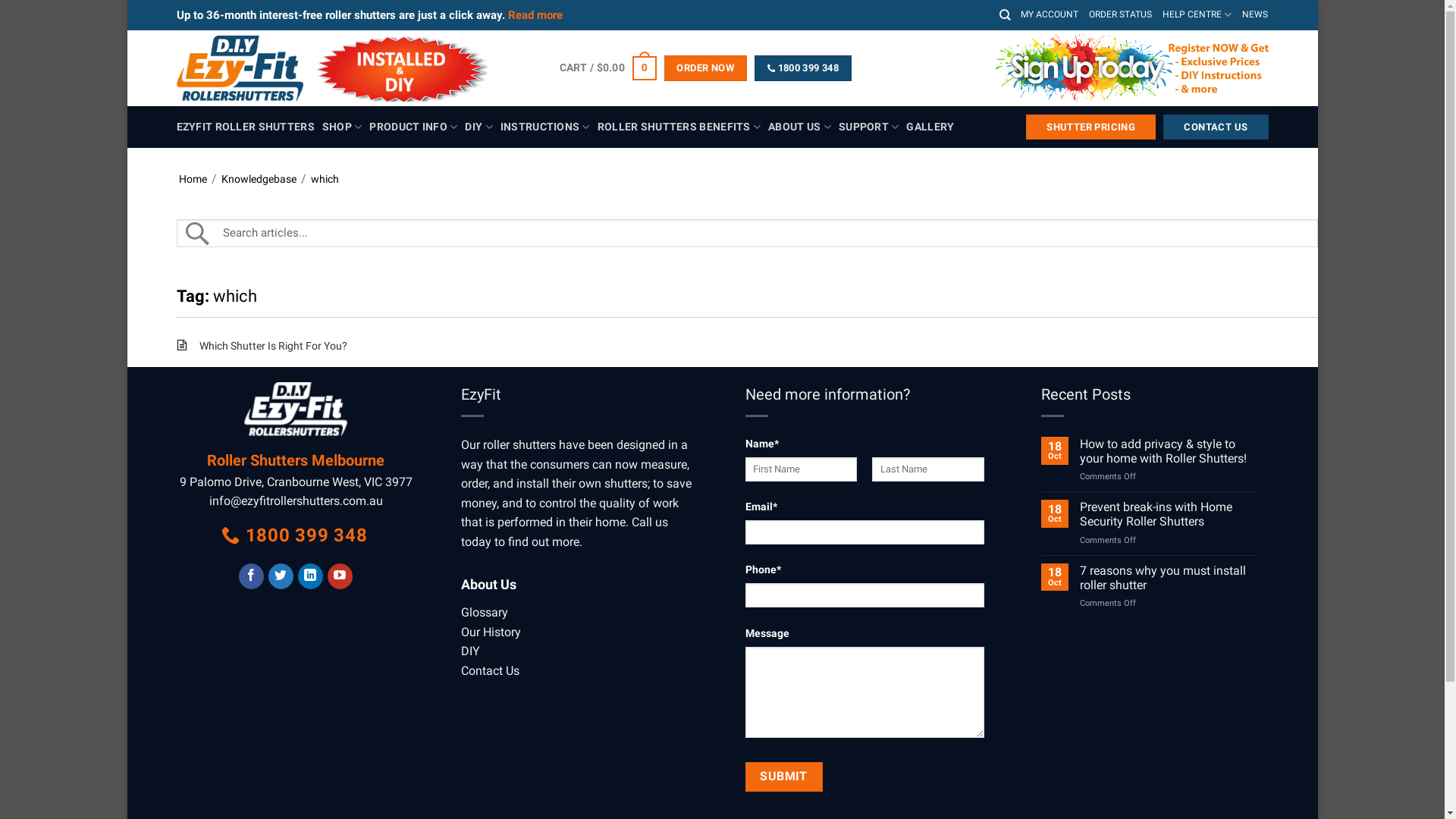 The width and height of the screenshot is (1456, 819). Describe the element at coordinates (339, 576) in the screenshot. I see `'Follow on YouTube'` at that location.